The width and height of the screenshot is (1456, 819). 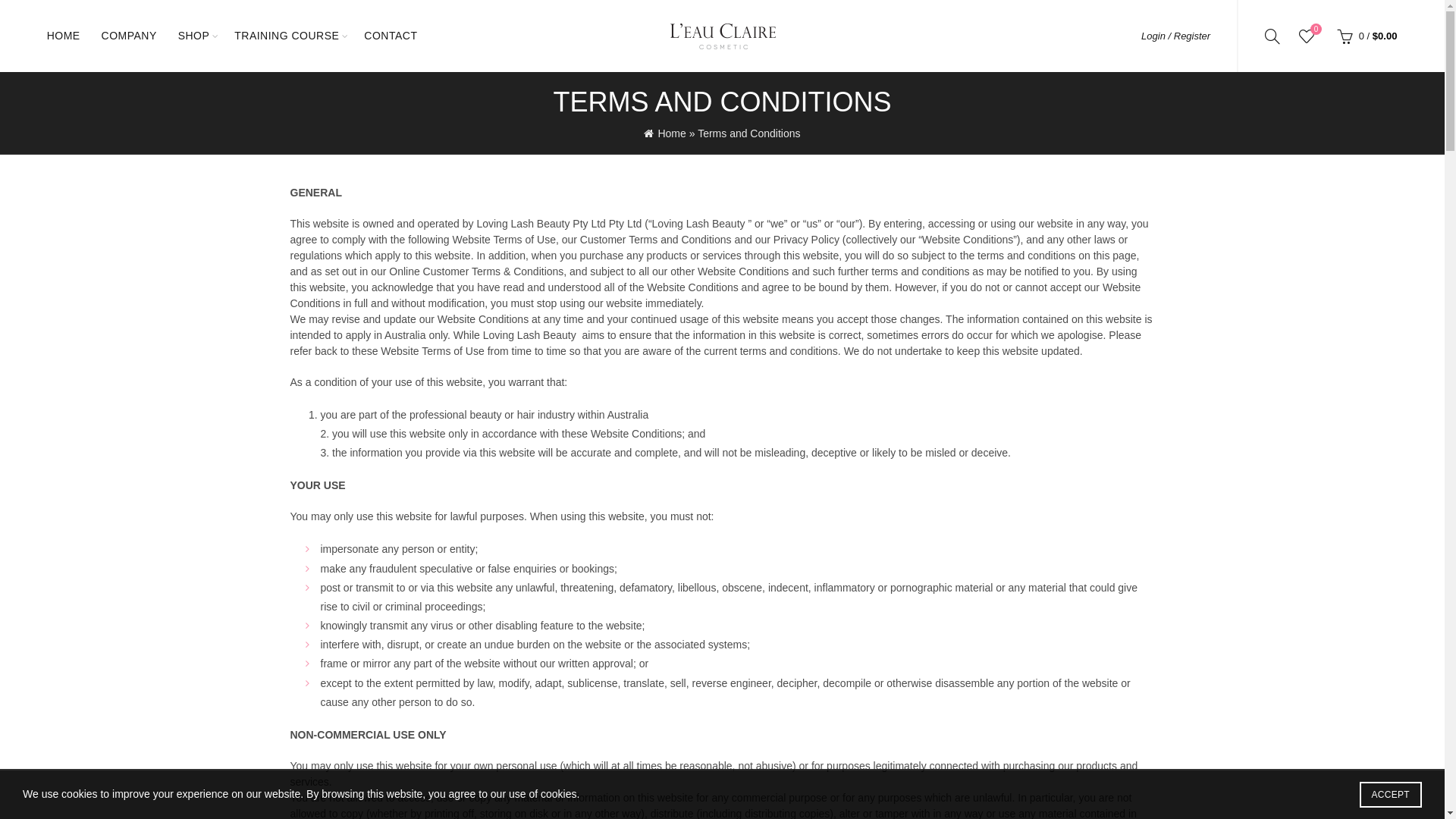 What do you see at coordinates (1390, 794) in the screenshot?
I see `'ACCEPT'` at bounding box center [1390, 794].